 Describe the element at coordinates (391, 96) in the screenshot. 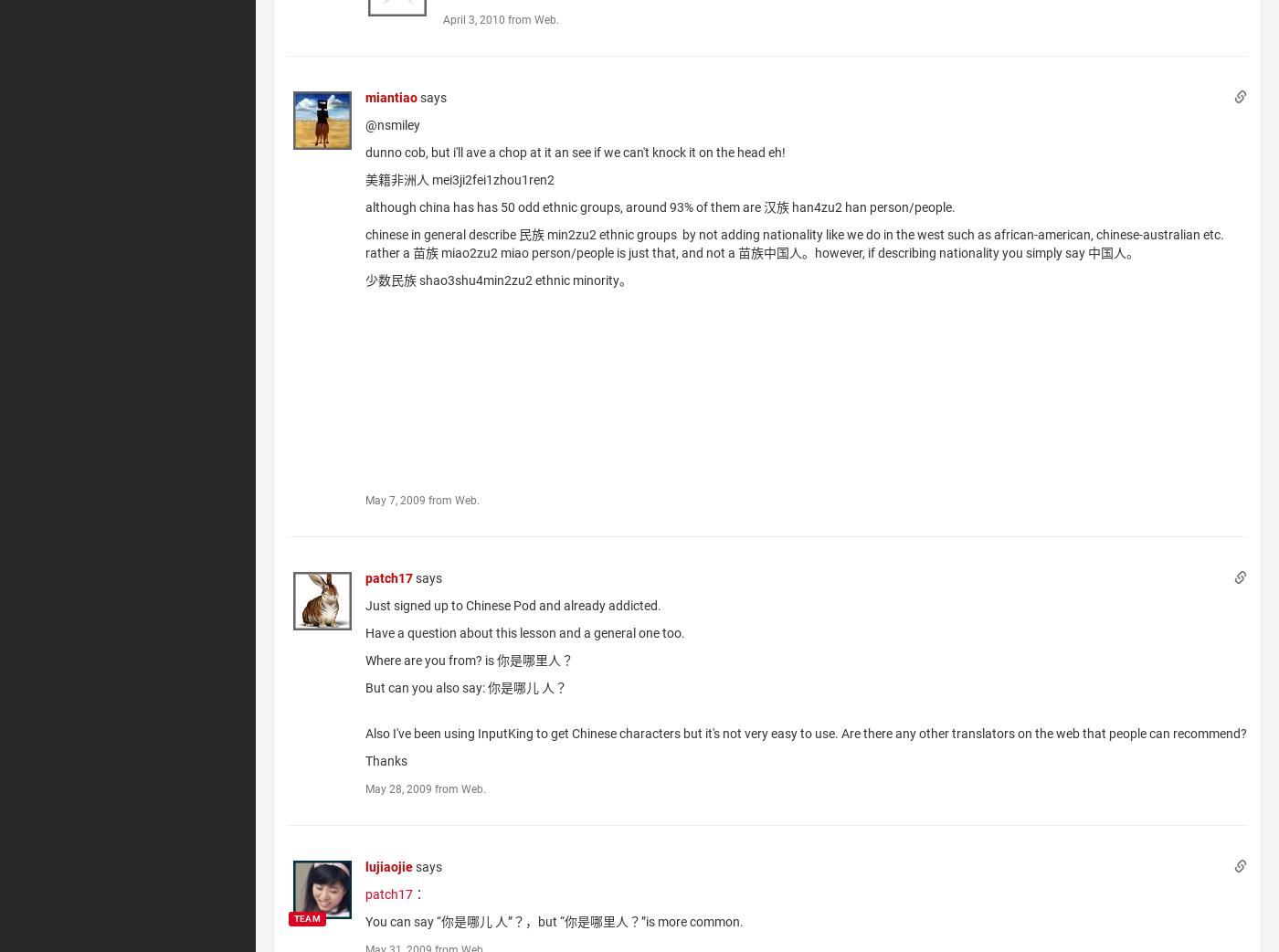

I see `'miantiao'` at that location.